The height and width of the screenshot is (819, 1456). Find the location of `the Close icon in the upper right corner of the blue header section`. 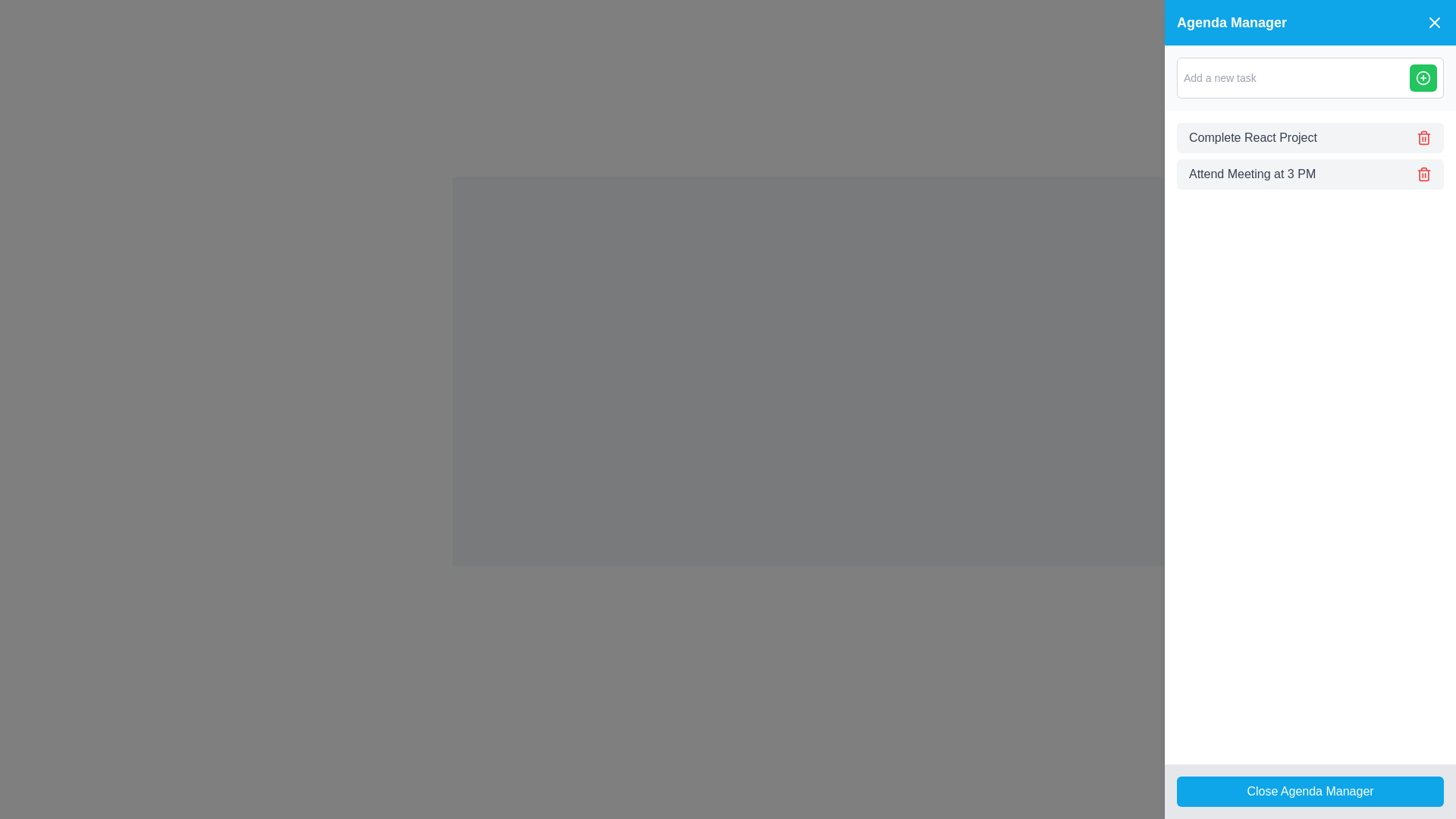

the Close icon in the upper right corner of the blue header section is located at coordinates (1433, 23).